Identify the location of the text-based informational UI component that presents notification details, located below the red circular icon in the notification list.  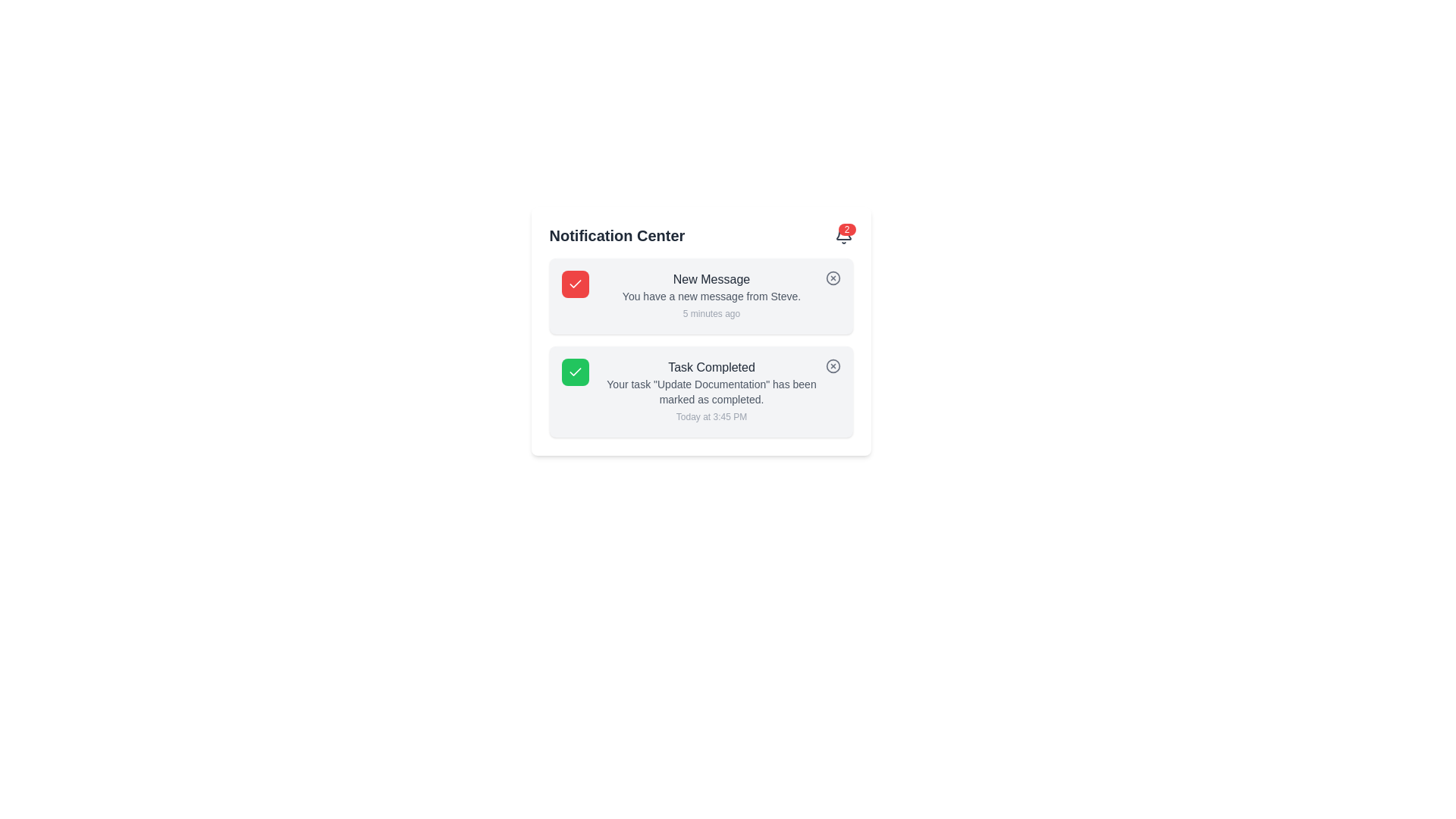
(711, 296).